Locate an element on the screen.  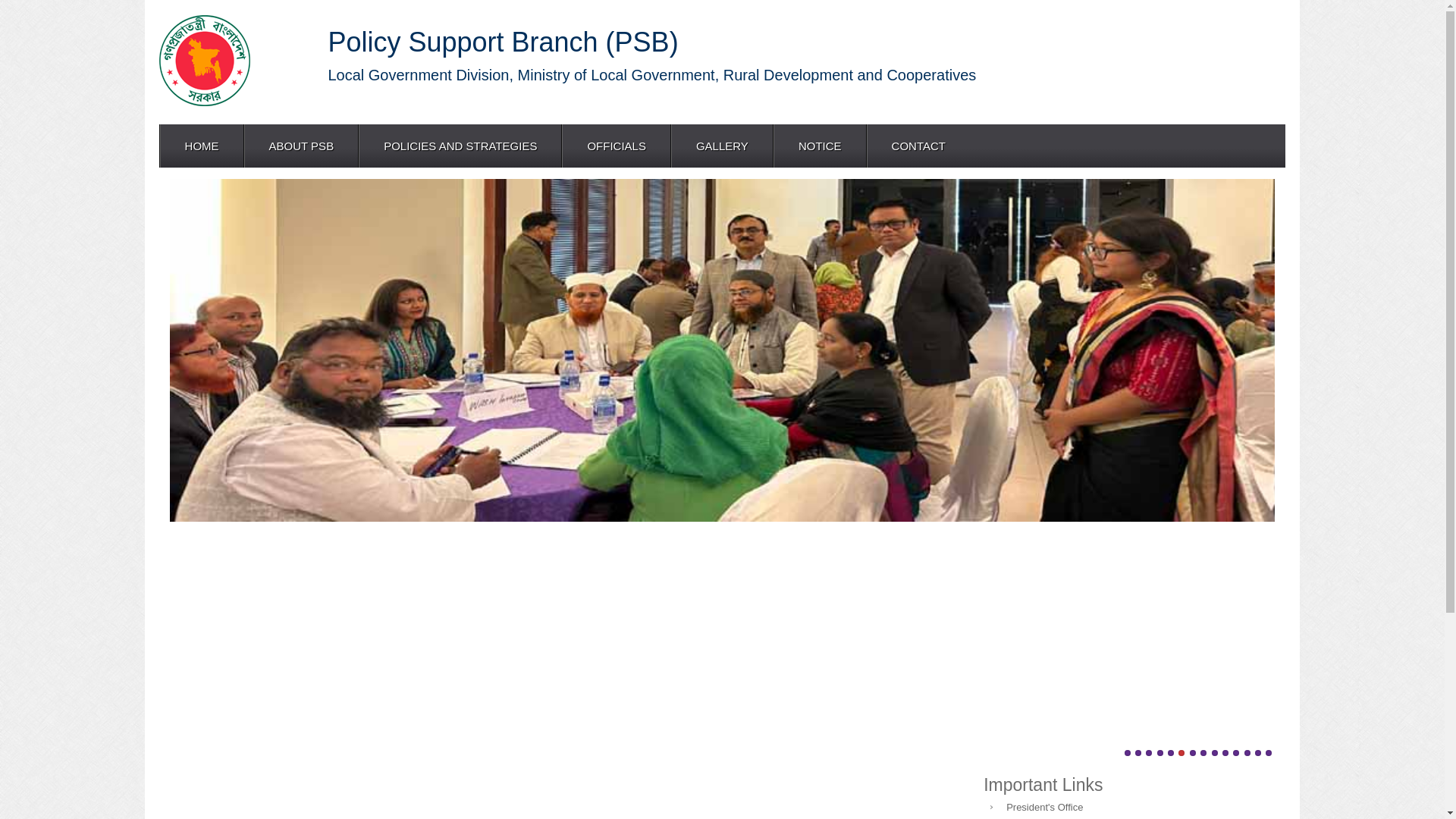
'ABOUT PSB' is located at coordinates (301, 146).